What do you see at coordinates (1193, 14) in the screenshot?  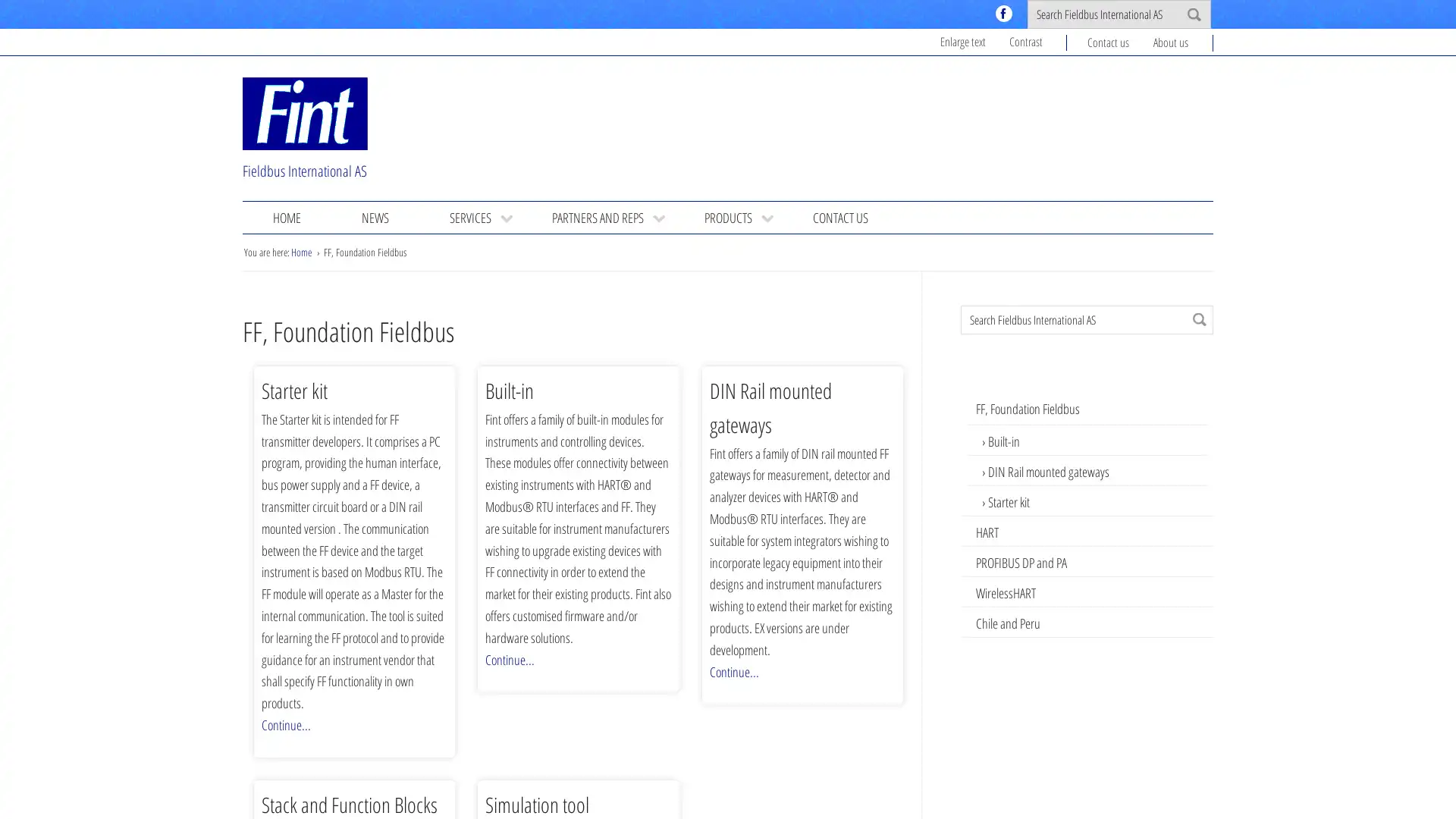 I see `Search` at bounding box center [1193, 14].